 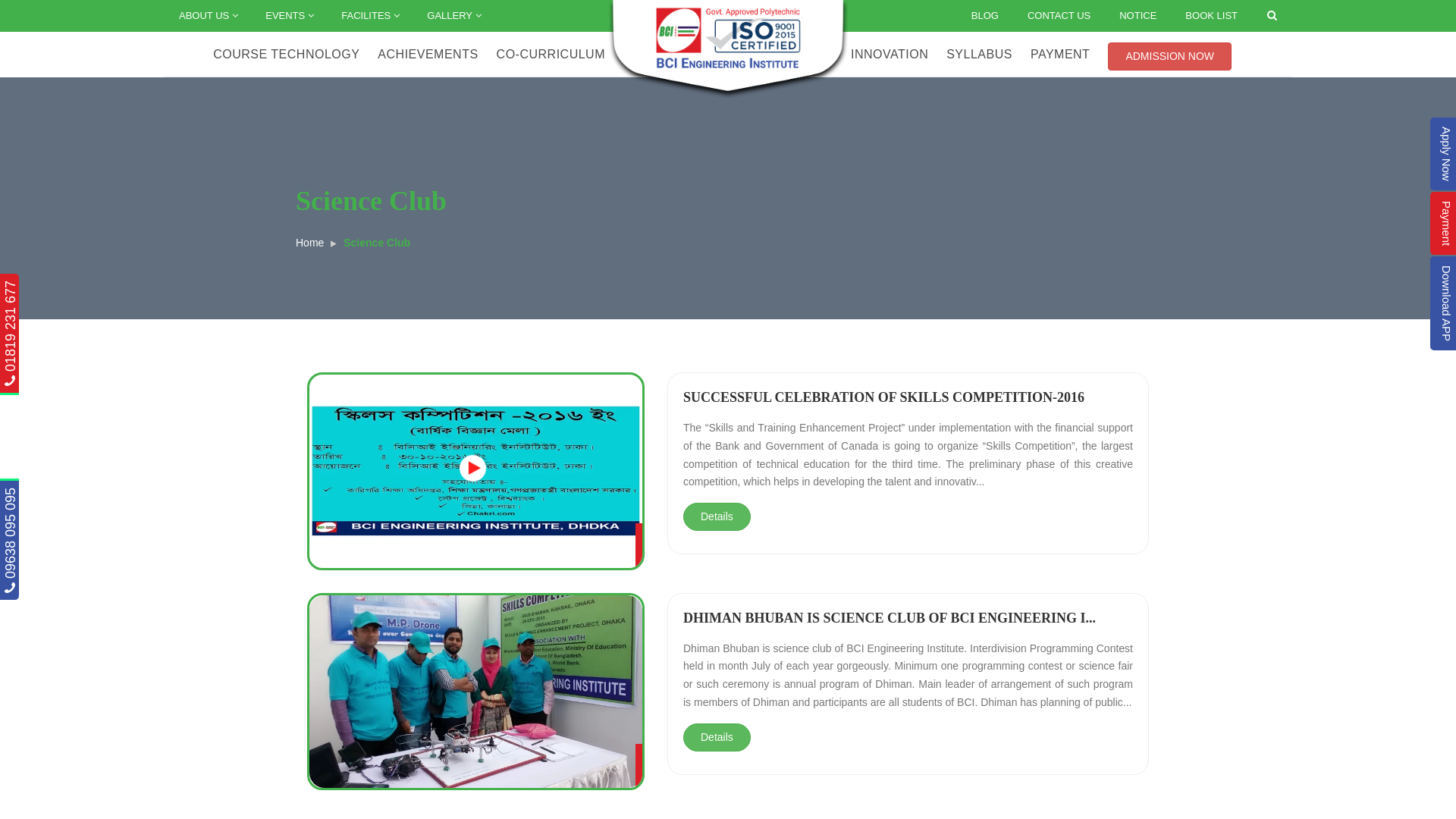 I want to click on 'BOOK LIST', so click(x=1170, y=15).